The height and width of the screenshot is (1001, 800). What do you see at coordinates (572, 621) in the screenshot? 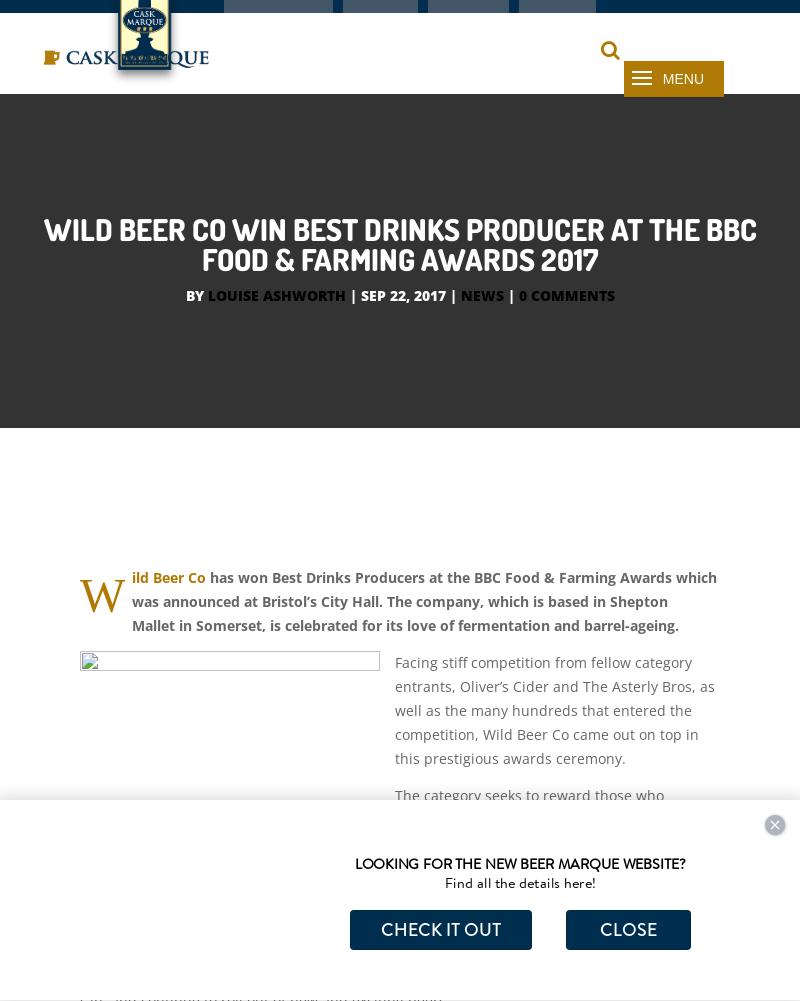
I see `'BBC Food & Farming Awards'` at bounding box center [572, 621].